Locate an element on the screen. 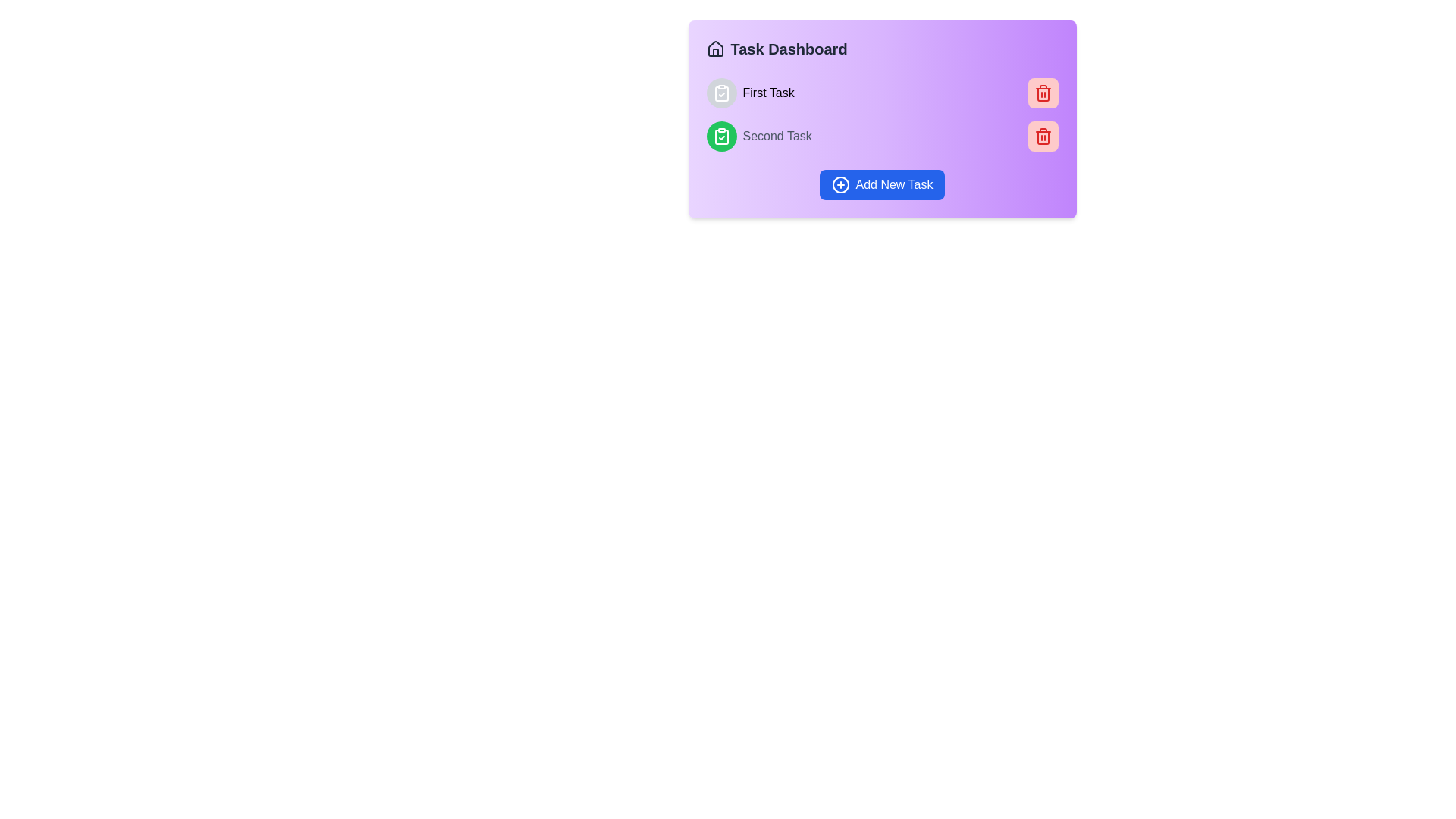 The width and height of the screenshot is (1456, 819). the circular button with an icon representing the completion status of the 'First Task' is located at coordinates (720, 93).